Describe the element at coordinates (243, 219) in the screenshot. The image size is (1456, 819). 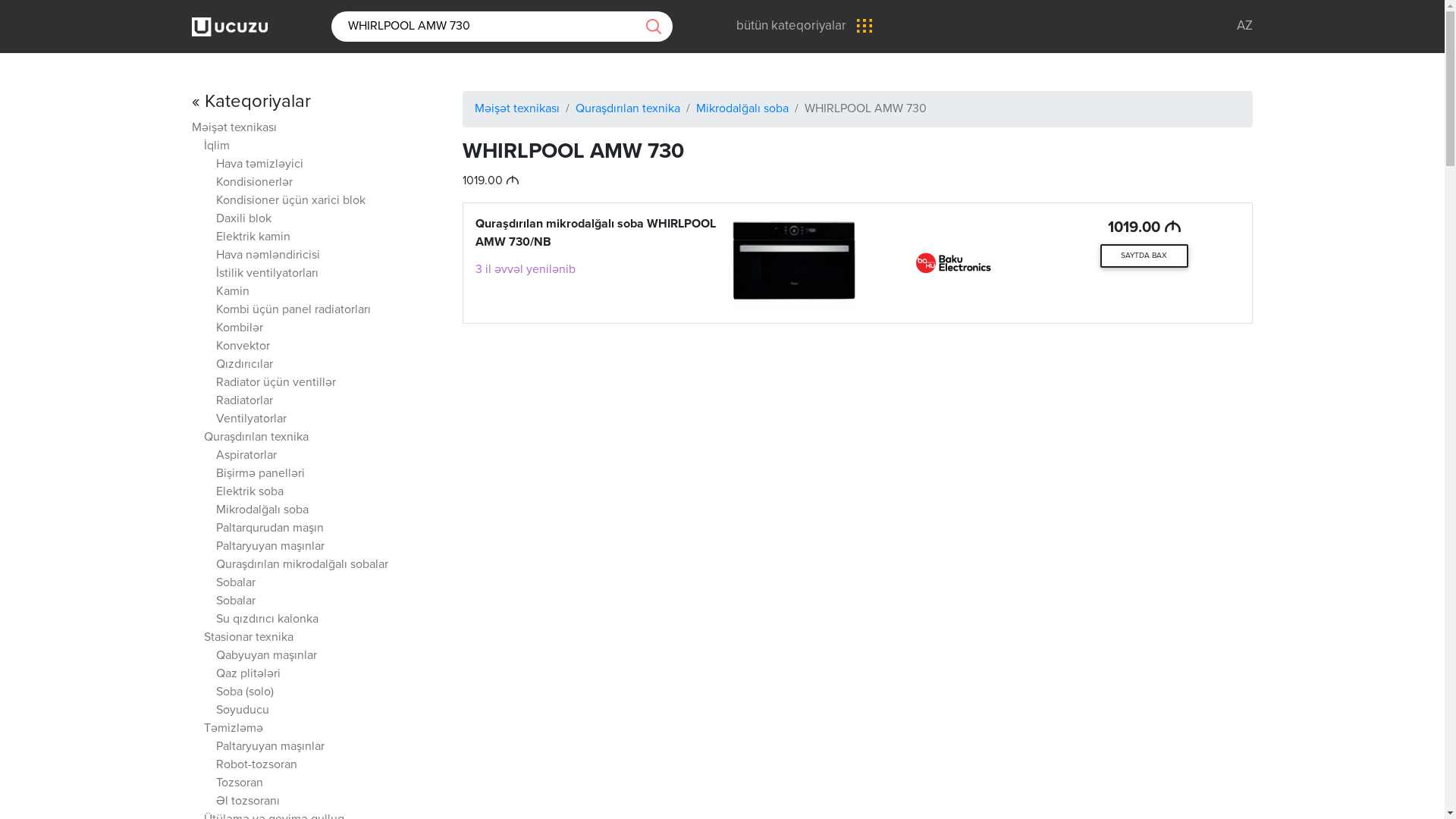
I see `'Daxili blok'` at that location.